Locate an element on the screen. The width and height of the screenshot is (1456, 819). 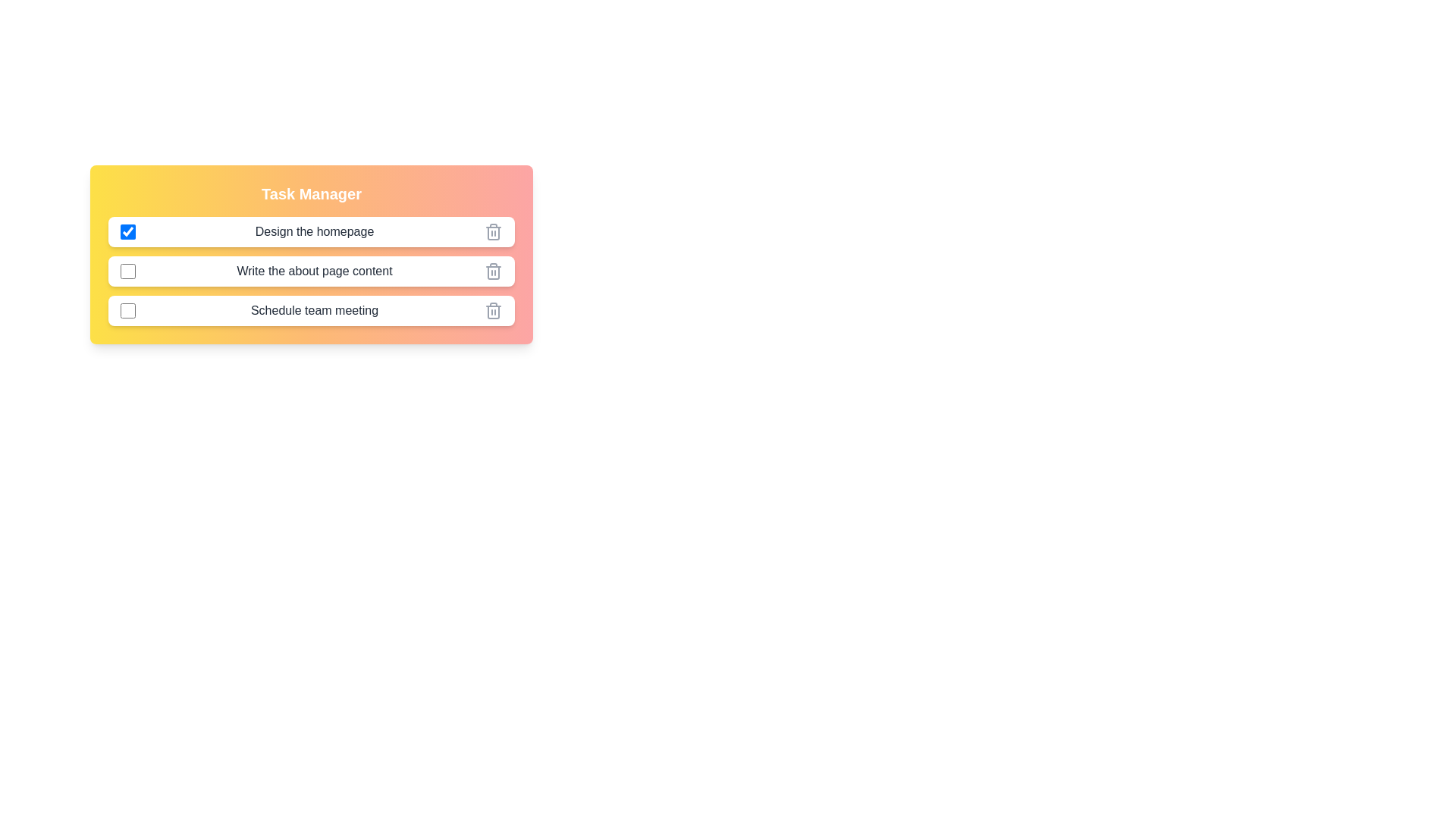
the delete icon for the task titled 'Schedule team meeting' is located at coordinates (494, 309).